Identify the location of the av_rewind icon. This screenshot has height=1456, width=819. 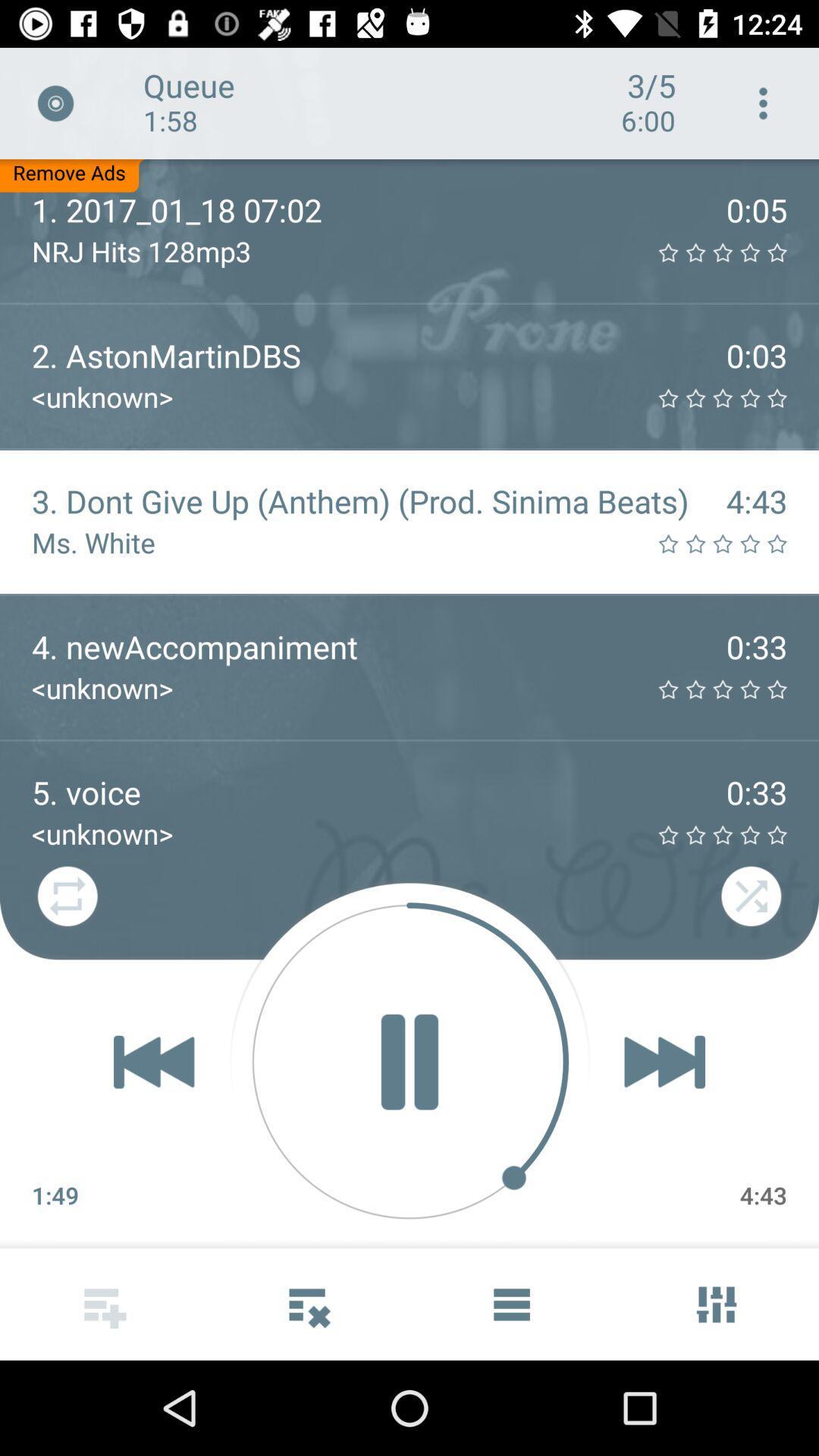
(154, 1061).